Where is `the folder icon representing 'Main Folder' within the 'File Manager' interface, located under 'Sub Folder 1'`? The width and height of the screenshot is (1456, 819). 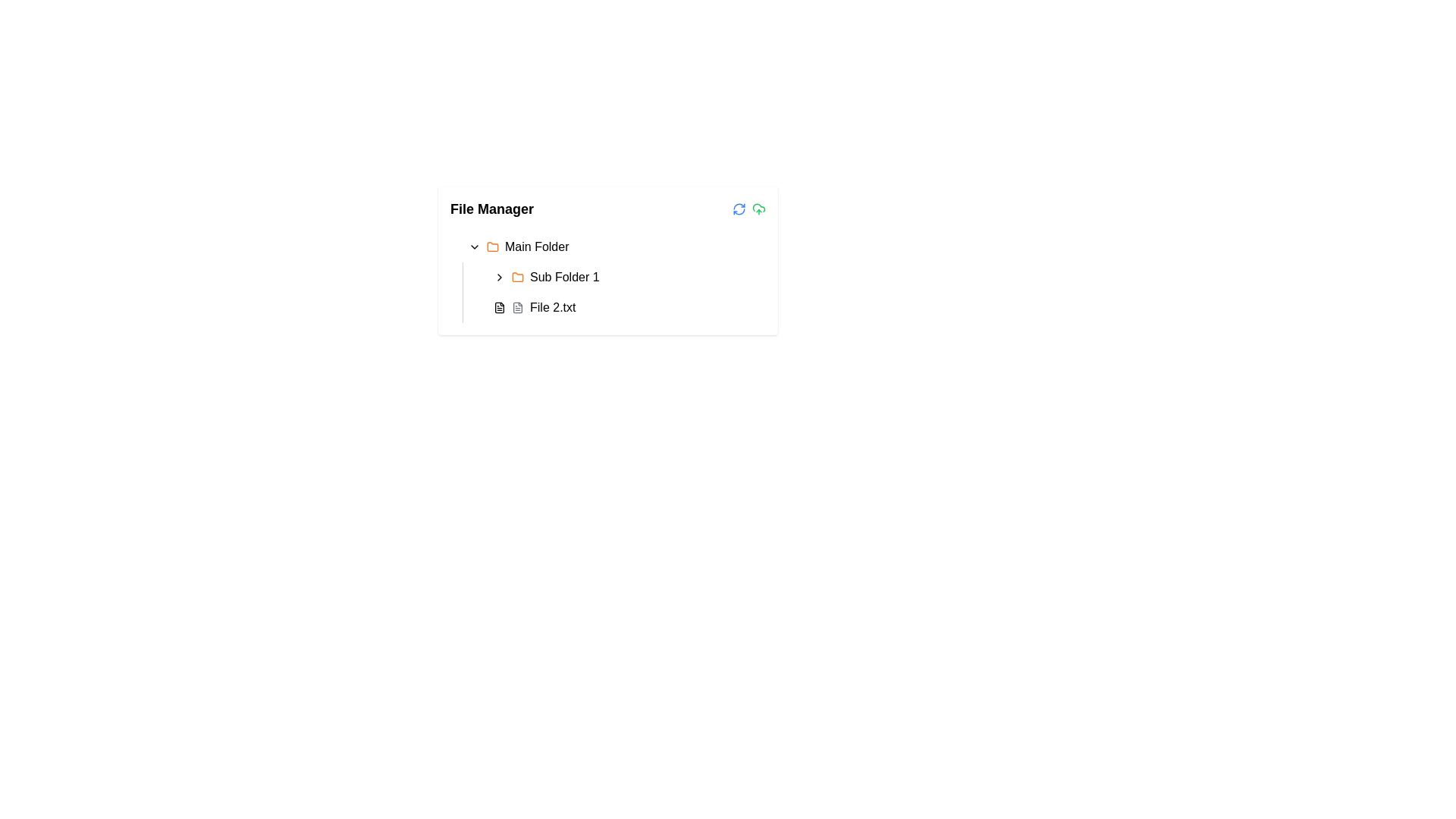 the folder icon representing 'Main Folder' within the 'File Manager' interface, located under 'Sub Folder 1' is located at coordinates (517, 277).